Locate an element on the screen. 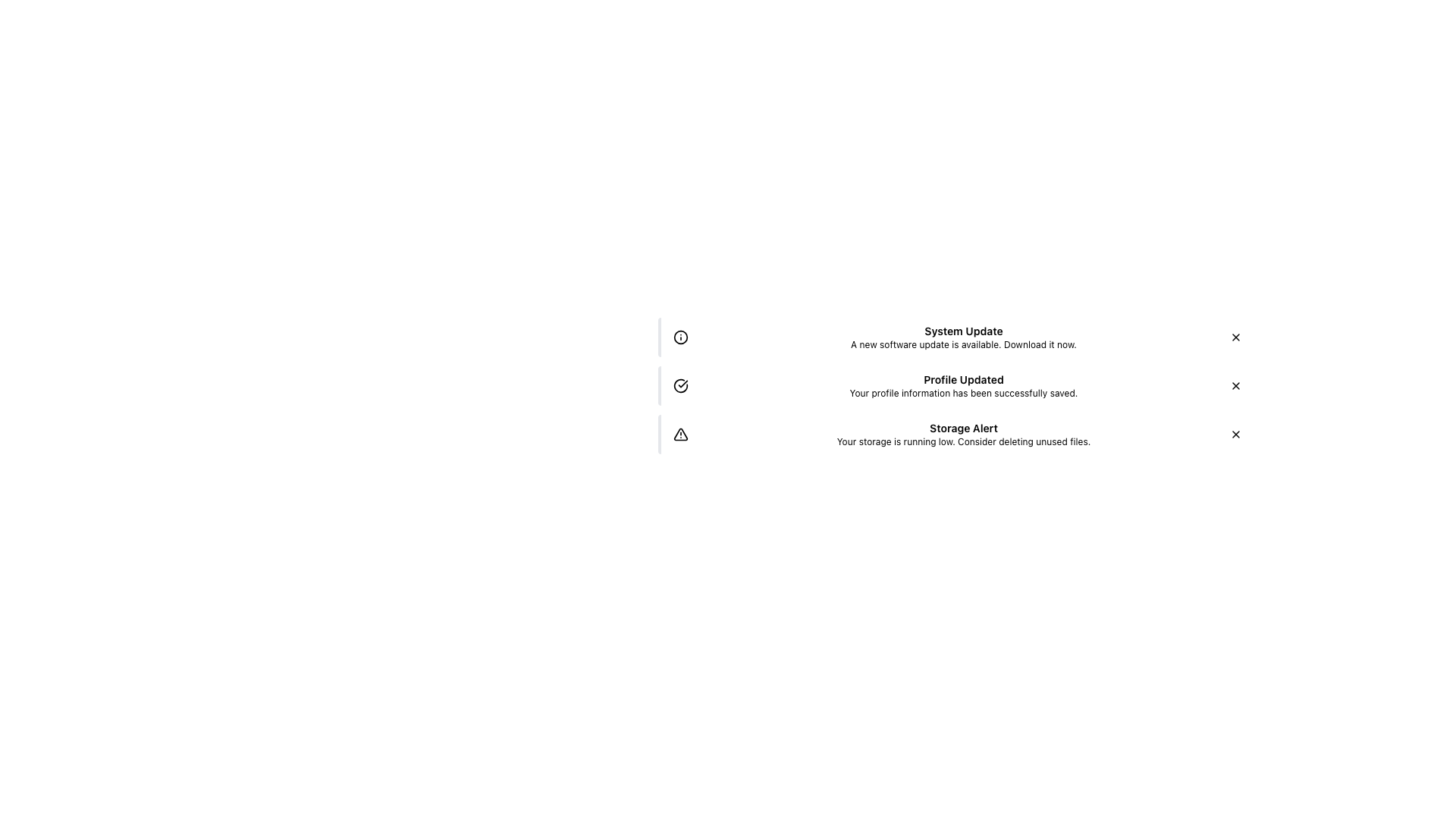 This screenshot has height=819, width=1456. the alert icon indicating a 'Storage Alert' notification, which is positioned to the left of the notification text is located at coordinates (679, 435).